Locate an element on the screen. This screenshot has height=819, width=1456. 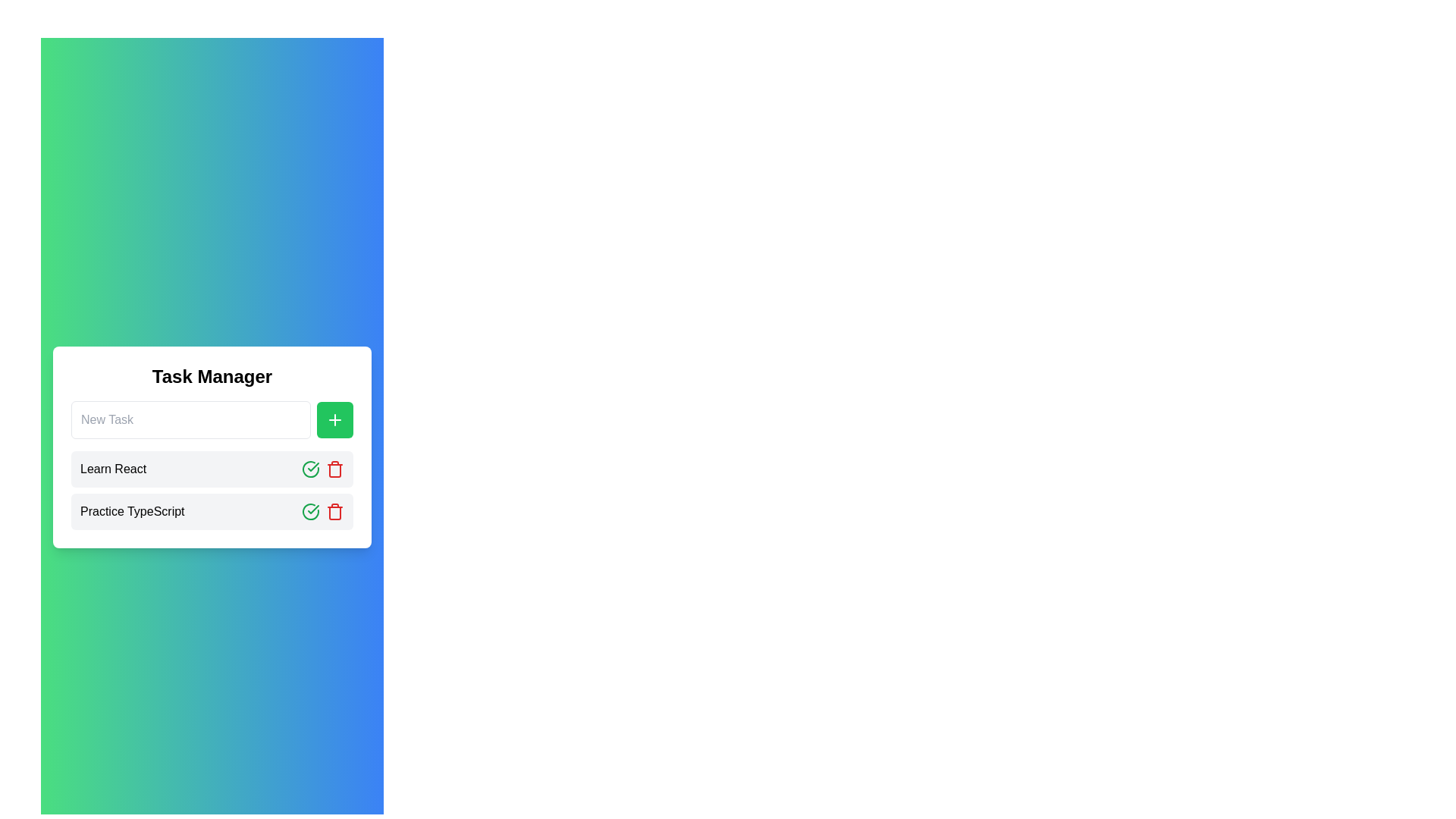
the first list item is located at coordinates (211, 468).